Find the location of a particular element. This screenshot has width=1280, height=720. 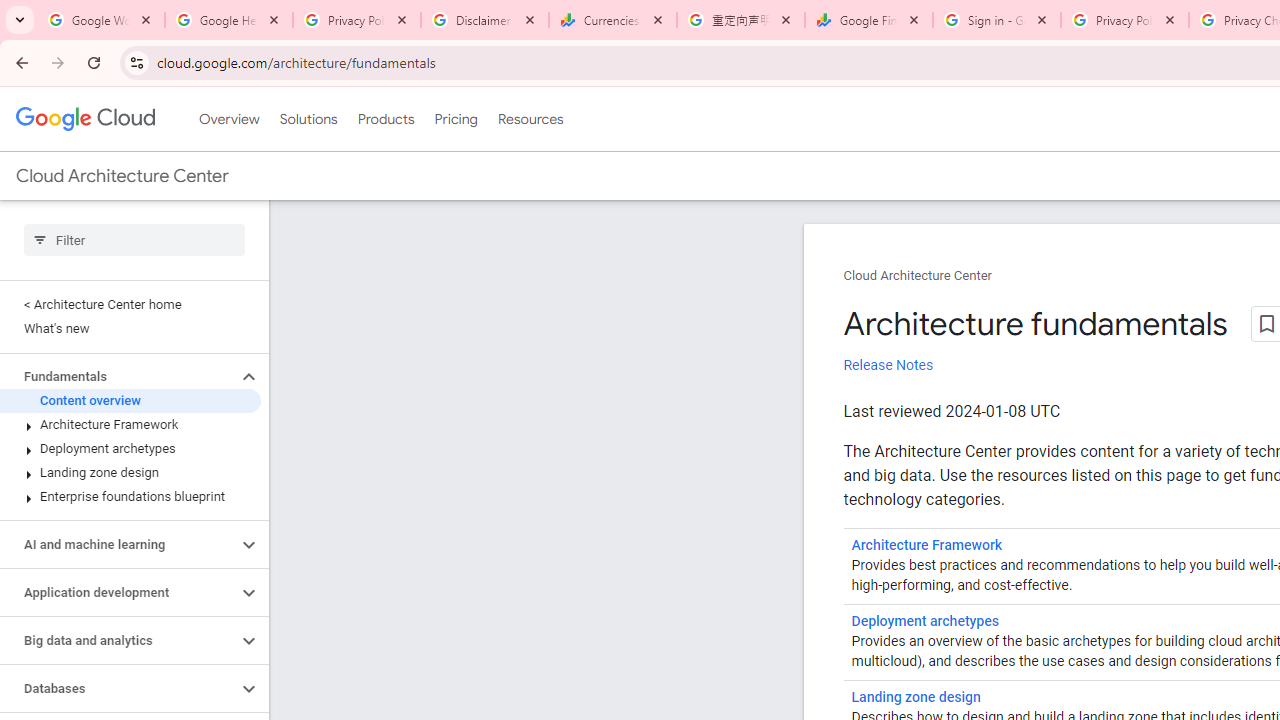

'Currencies - Google Finance' is located at coordinates (612, 20).